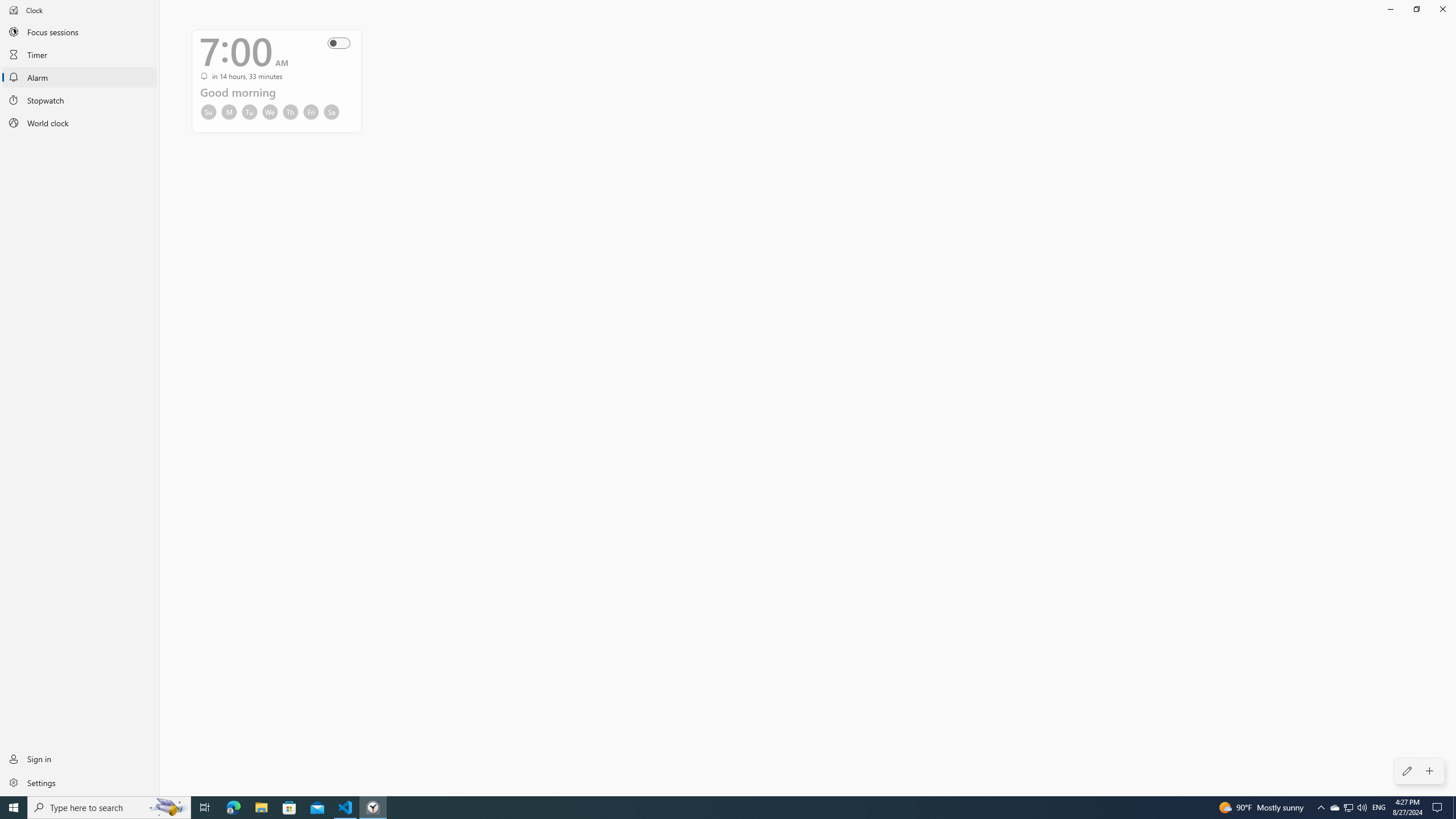  What do you see at coordinates (79, 31) in the screenshot?
I see `'Focus sessions'` at bounding box center [79, 31].